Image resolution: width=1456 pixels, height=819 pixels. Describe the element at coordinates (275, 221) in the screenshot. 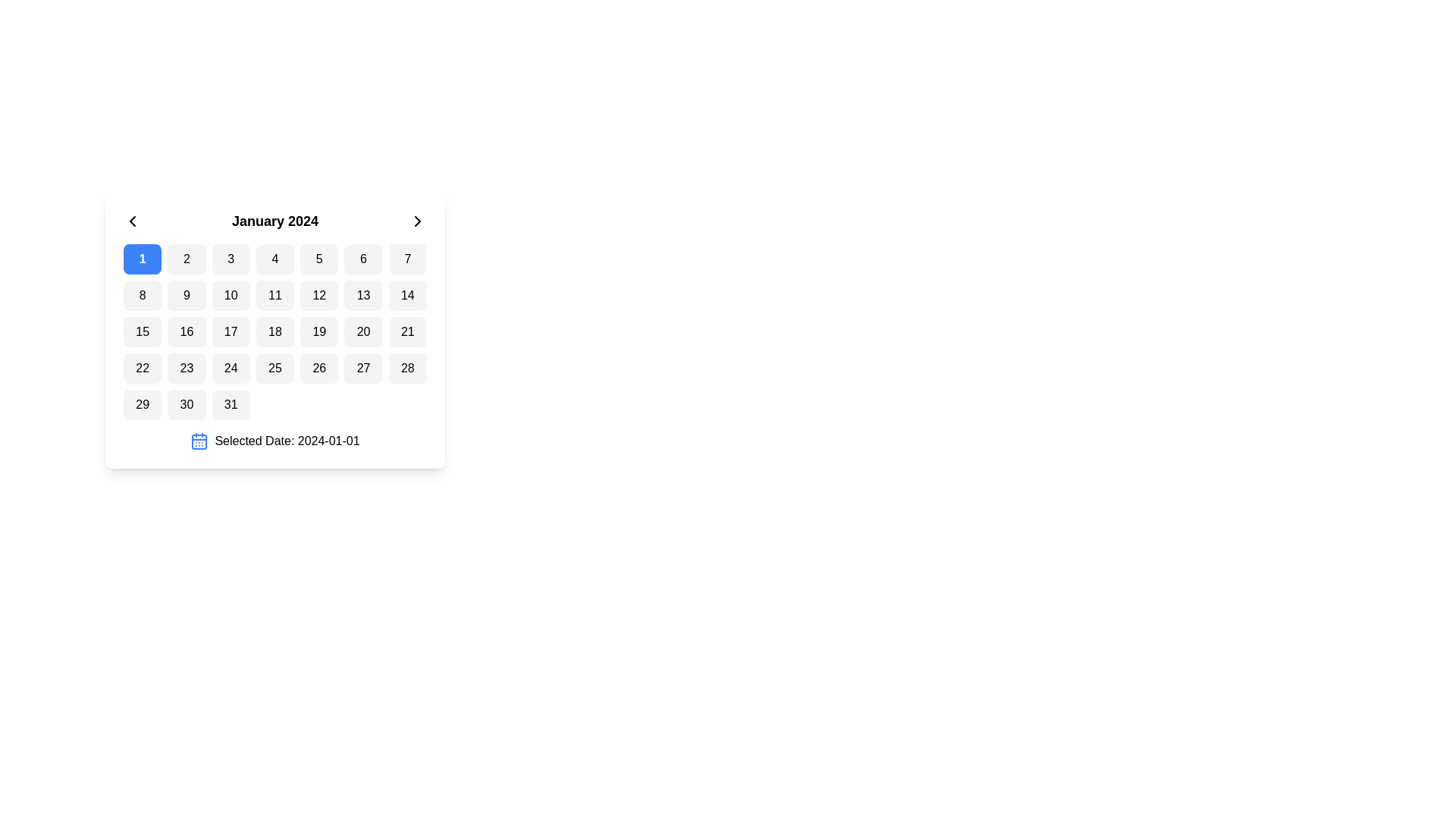

I see `the static text label displaying the currently selected month and year in the calendar view, located between two navigation arrow icons in the header area` at that location.